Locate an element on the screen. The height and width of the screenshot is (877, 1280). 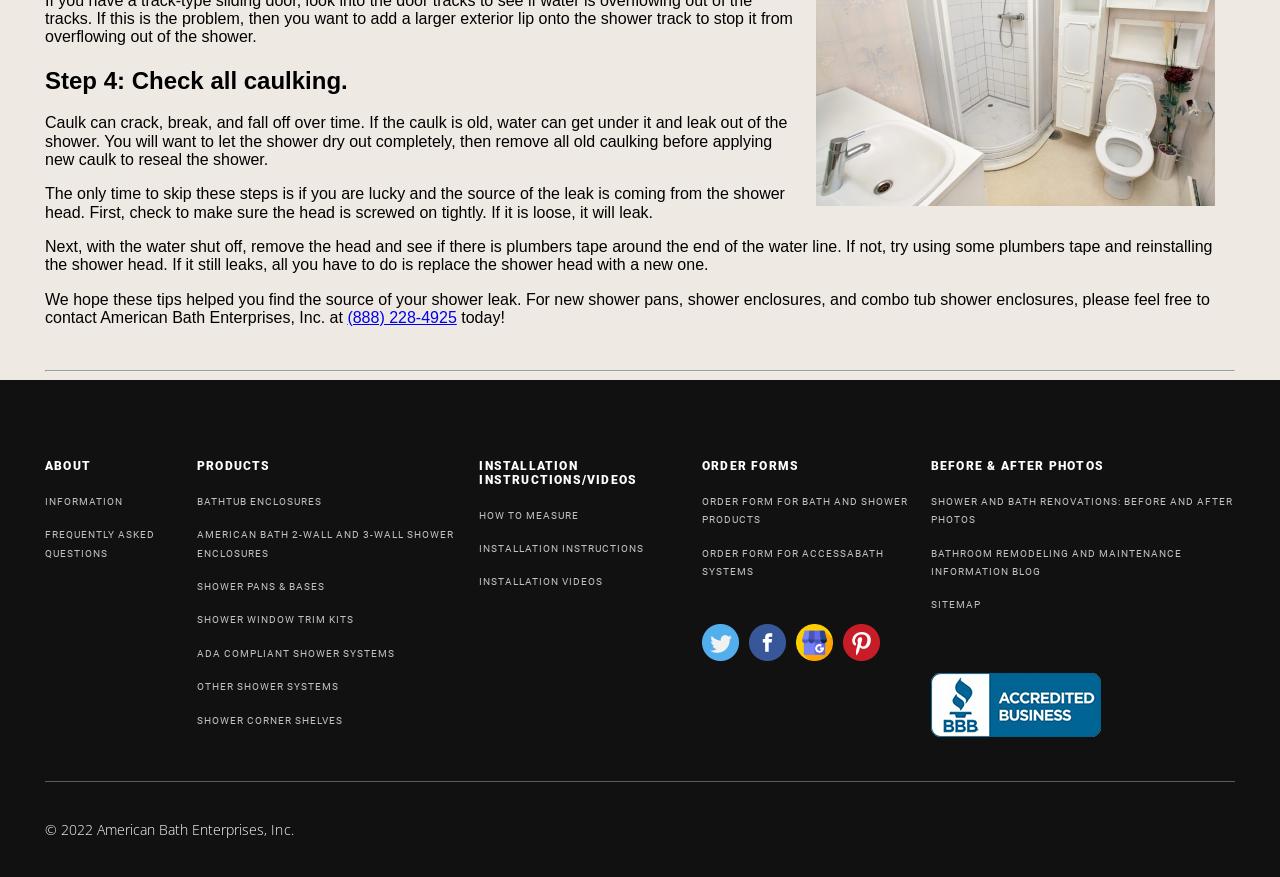
'BEFORE & AFTER PHOTOS' is located at coordinates (1016, 466).